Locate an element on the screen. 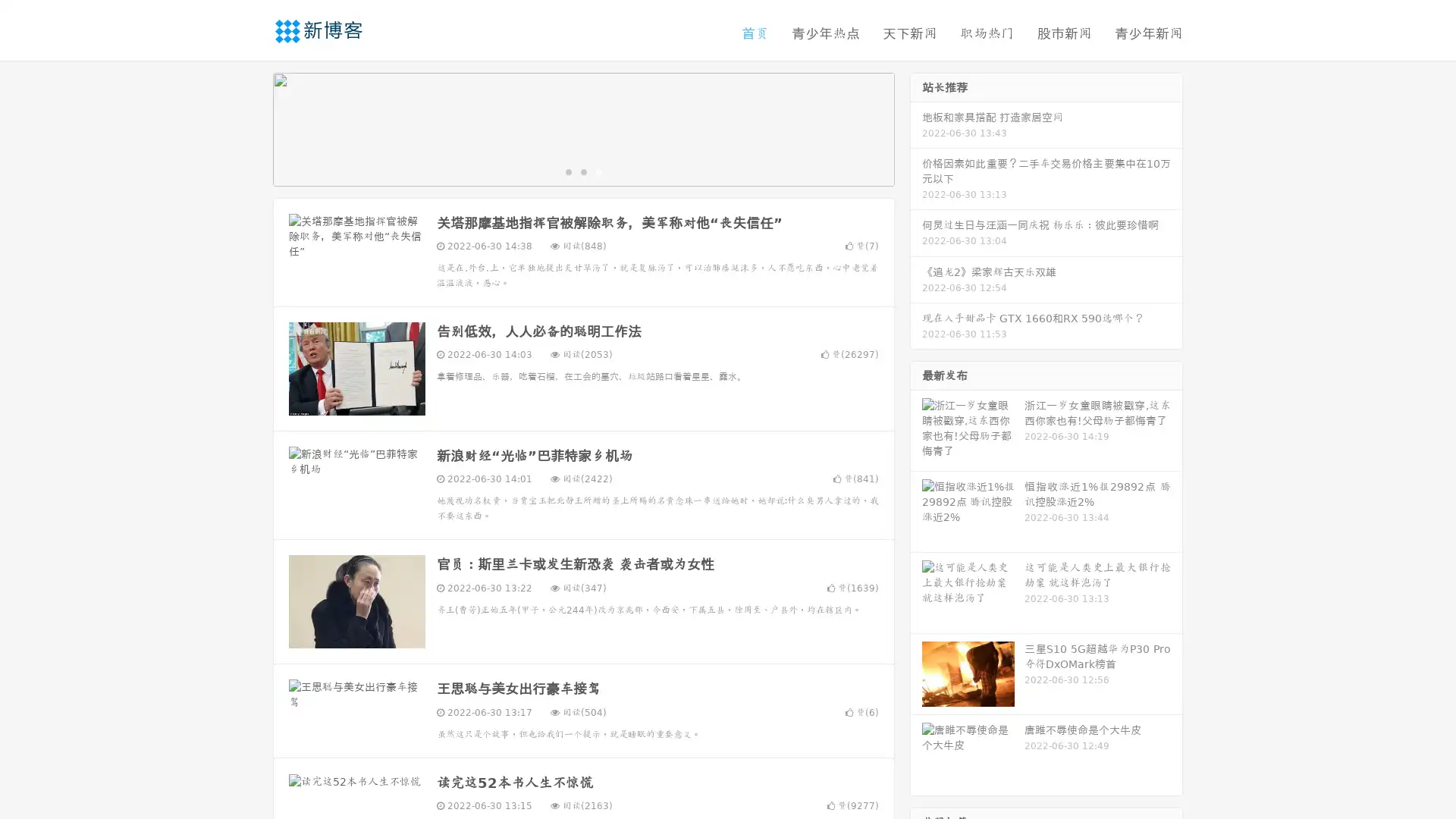 The image size is (1456, 819). Go to slide 2 is located at coordinates (582, 171).